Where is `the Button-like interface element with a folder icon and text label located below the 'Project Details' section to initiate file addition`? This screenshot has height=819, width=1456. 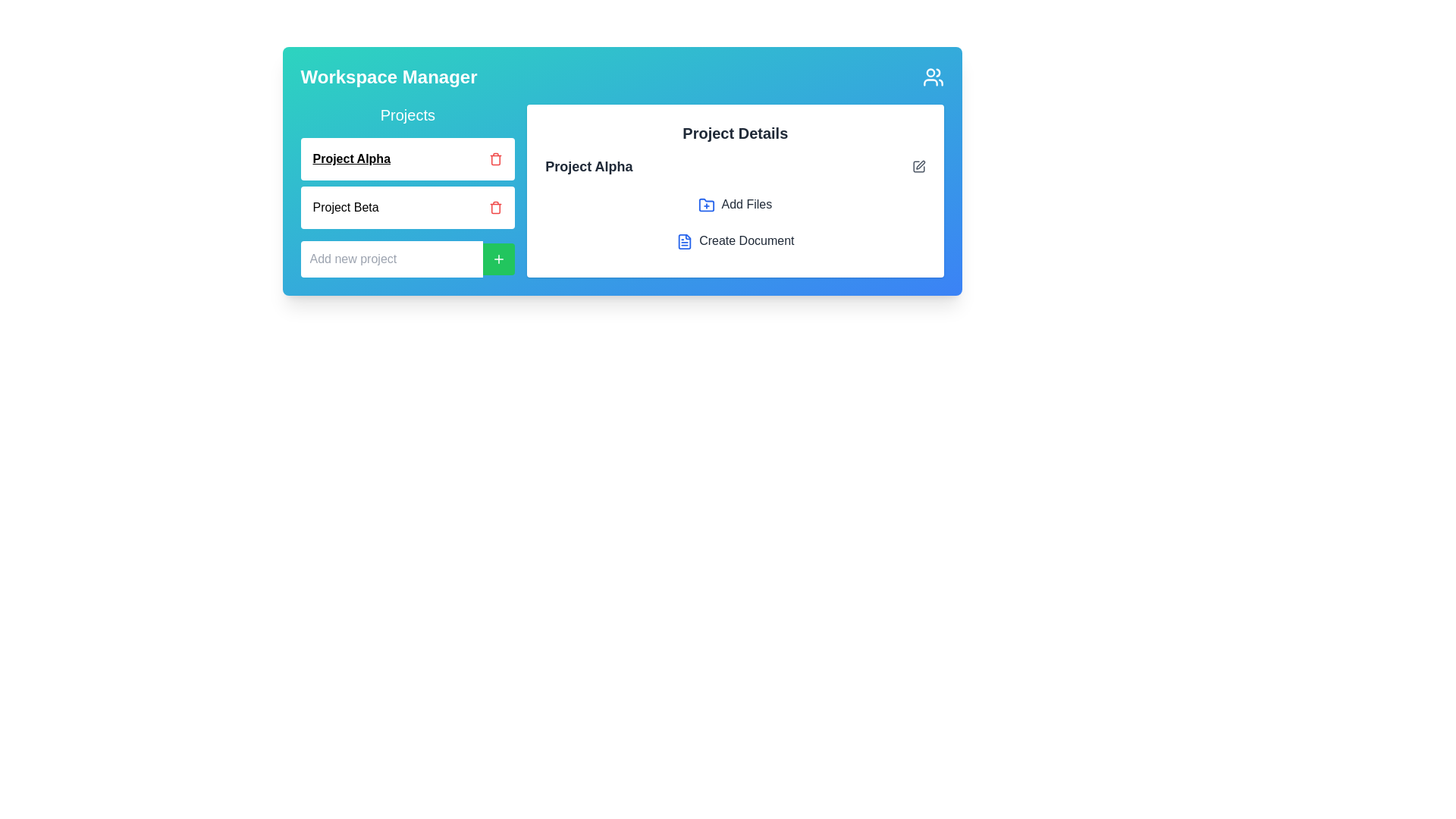 the Button-like interface element with a folder icon and text label located below the 'Project Details' section to initiate file addition is located at coordinates (735, 205).